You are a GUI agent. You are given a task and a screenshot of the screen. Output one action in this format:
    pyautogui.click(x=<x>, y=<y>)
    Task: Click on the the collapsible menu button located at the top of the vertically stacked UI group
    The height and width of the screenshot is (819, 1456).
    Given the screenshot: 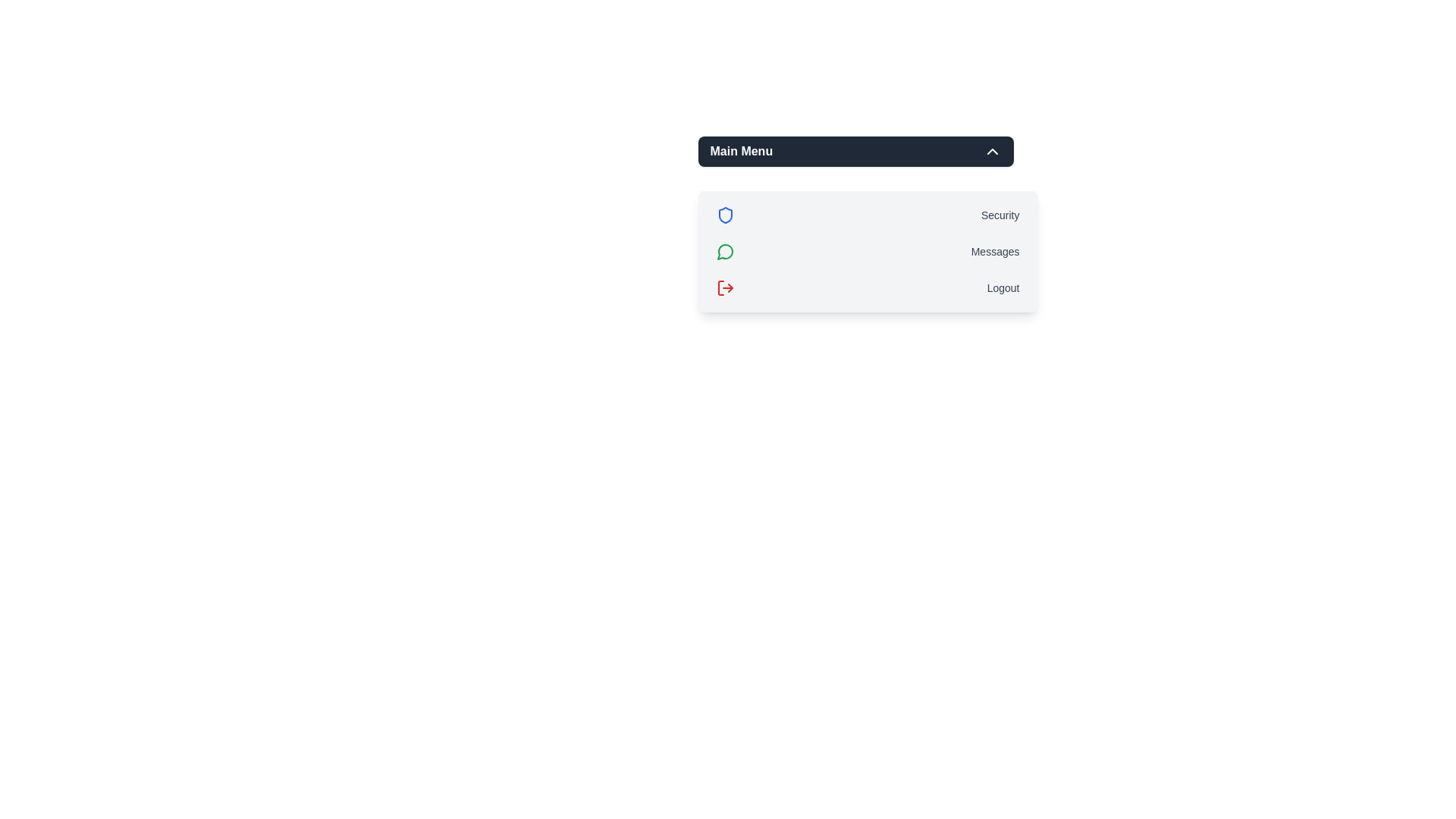 What is the action you would take?
    pyautogui.click(x=855, y=152)
    